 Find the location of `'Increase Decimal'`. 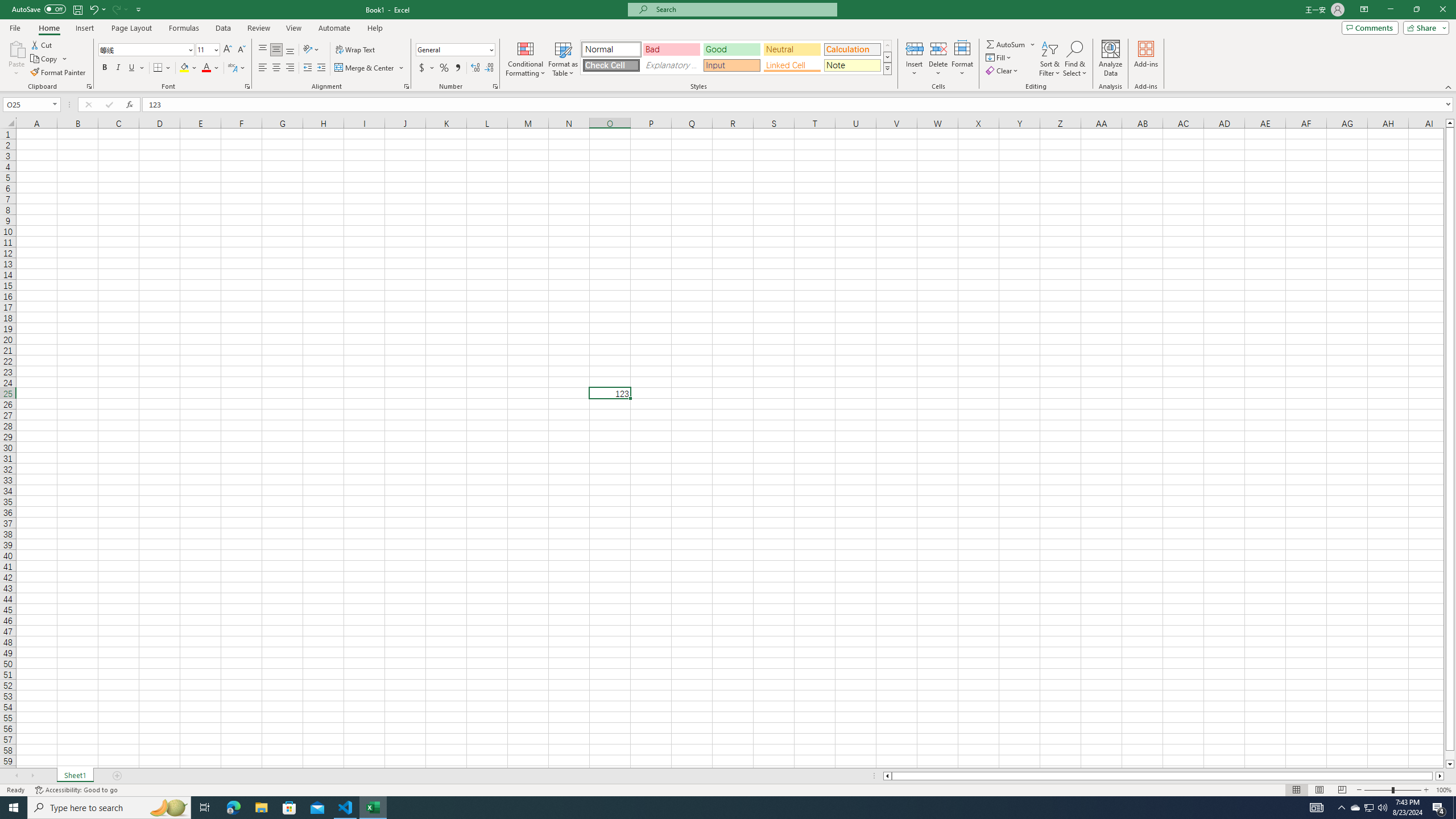

'Increase Decimal' is located at coordinates (475, 67).